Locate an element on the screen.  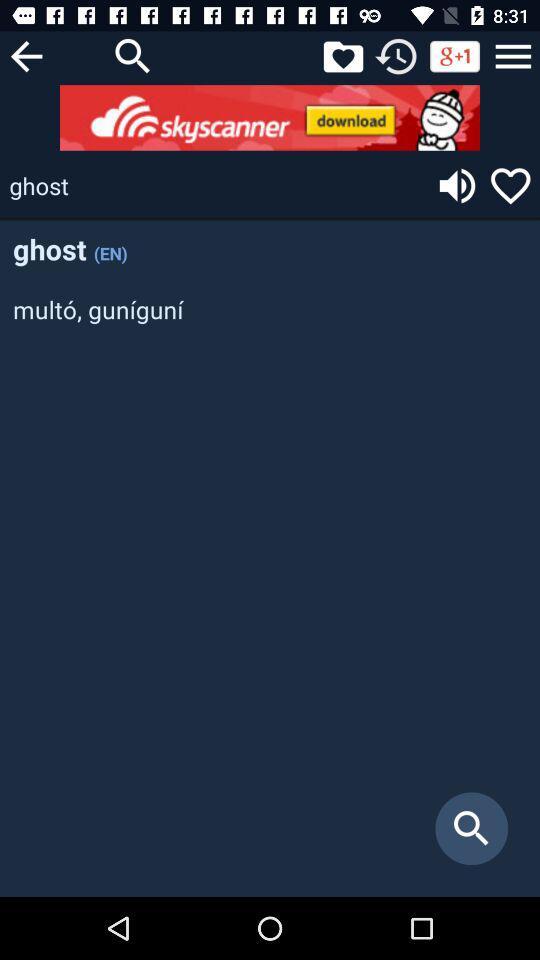
download sky scanner app is located at coordinates (270, 117).